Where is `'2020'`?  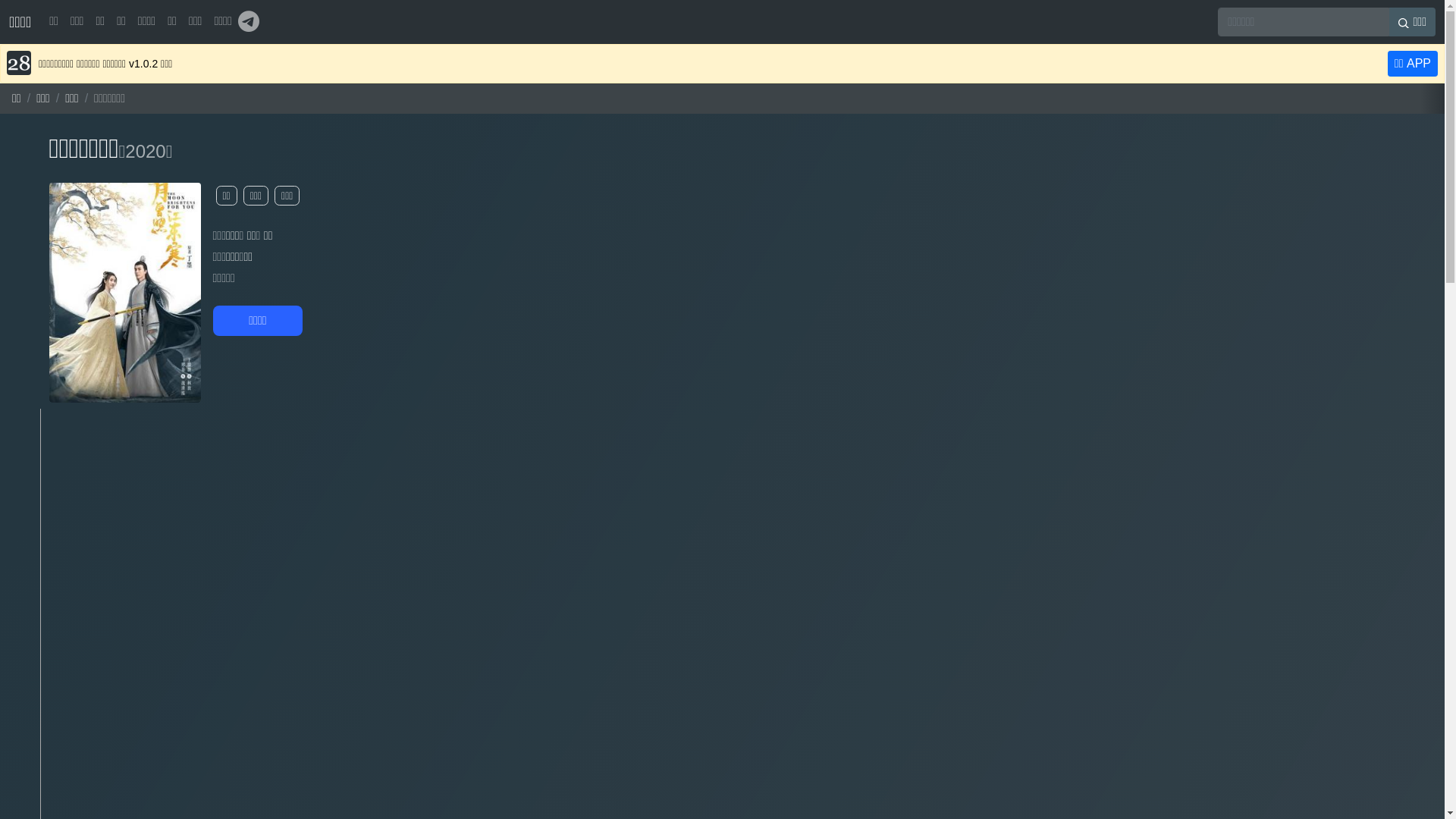
'2020' is located at coordinates (145, 151).